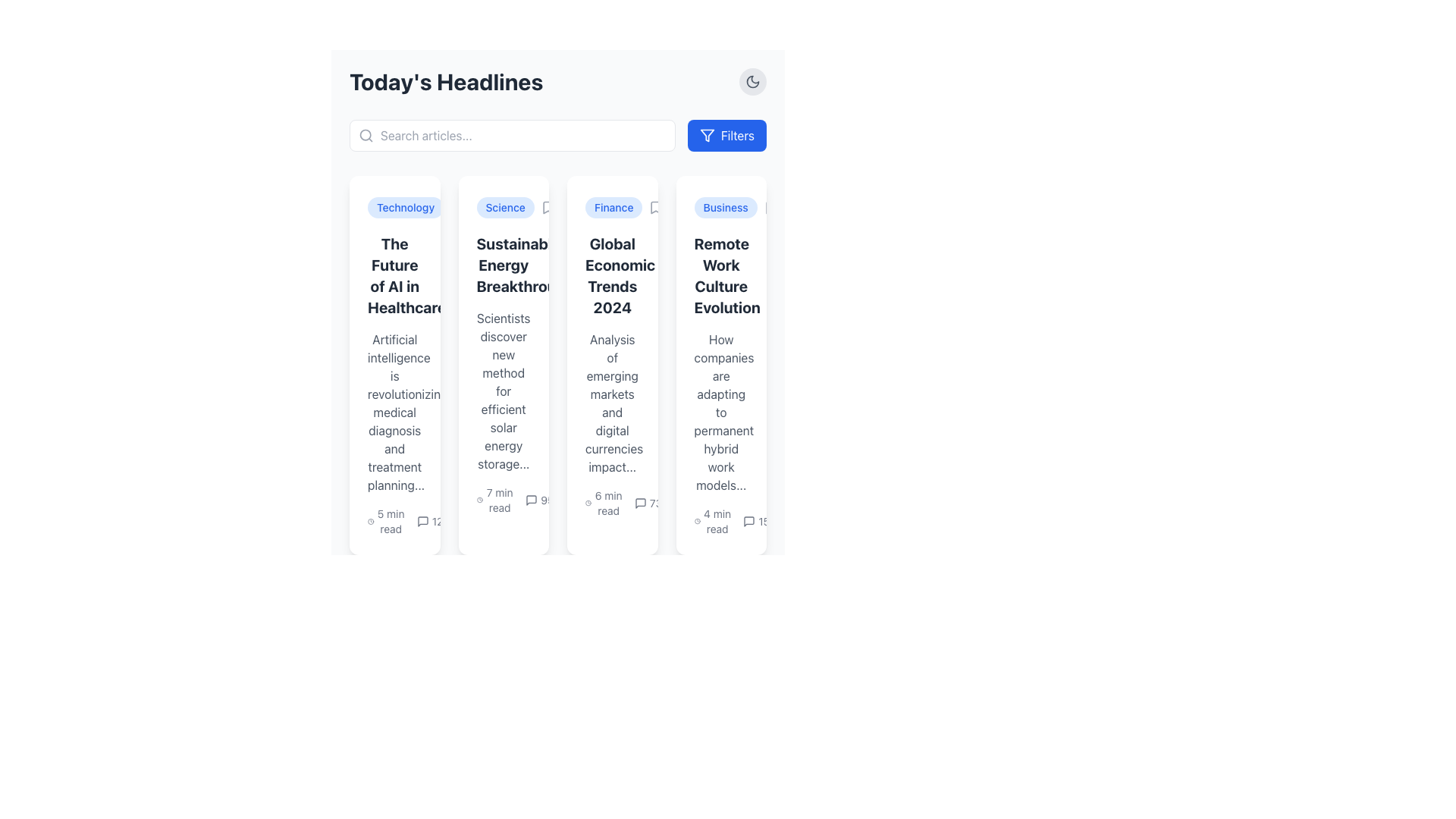 This screenshot has width=1456, height=819. I want to click on the visual presence of the circular part of the magnifying glass icon located on the left side of the search bar, below the 'Today's Headlines' header, so click(366, 134).